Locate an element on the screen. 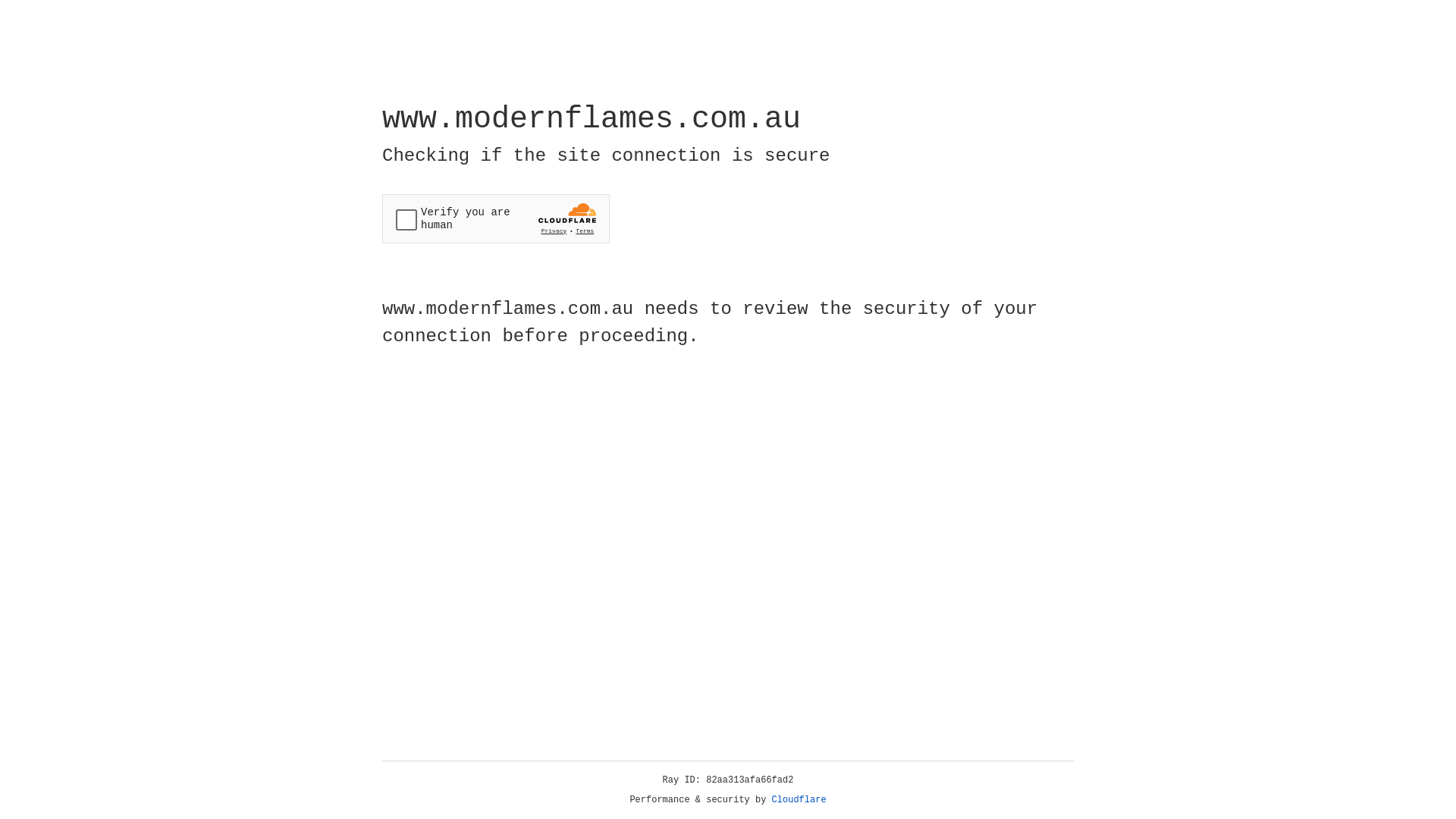 Image resolution: width=1456 pixels, height=819 pixels. 'Widget containing a Cloudflare security challenge' is located at coordinates (495, 218).